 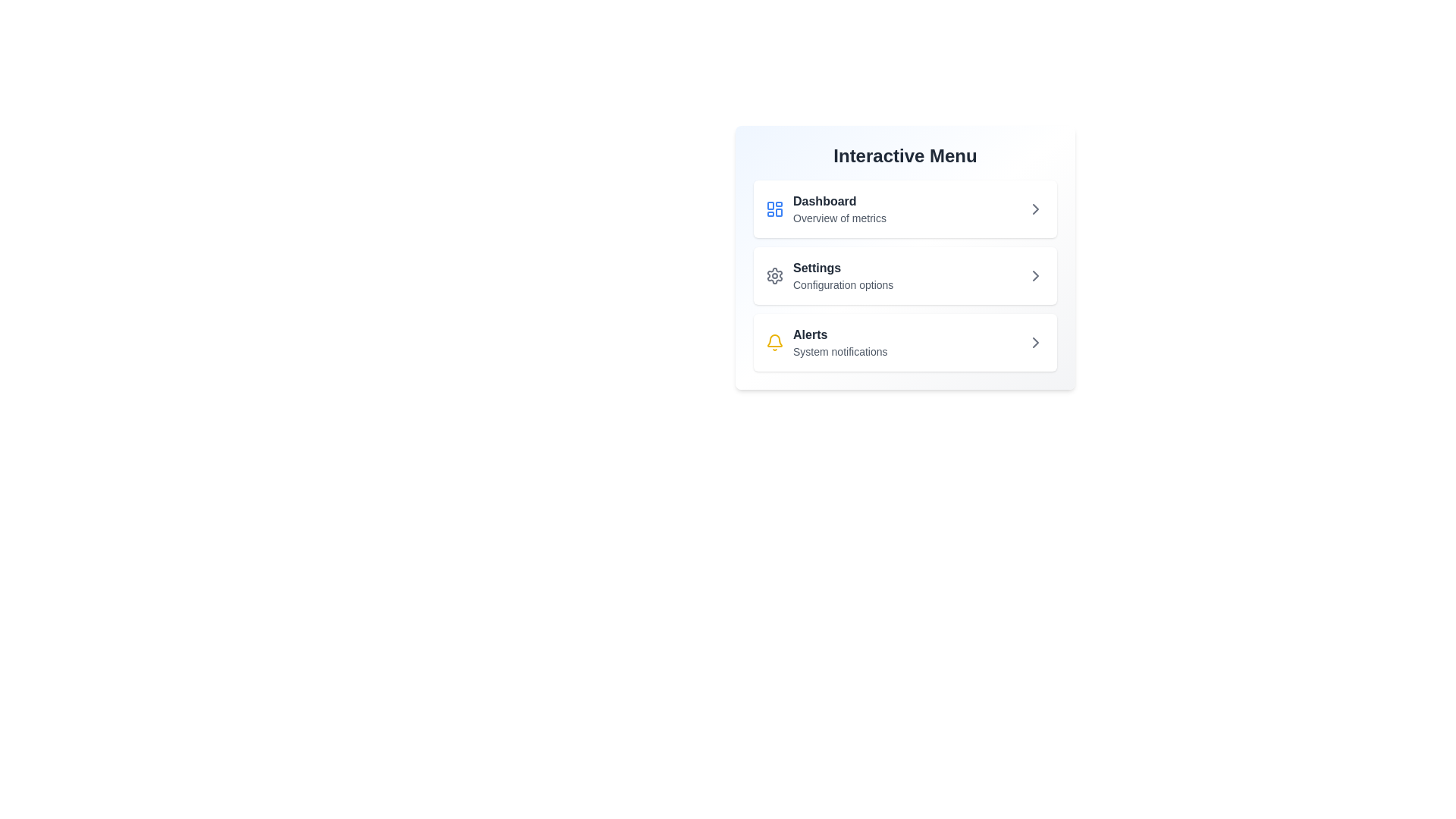 I want to click on the Interactive menu item located at the top of the vertical menu structure, so click(x=905, y=209).